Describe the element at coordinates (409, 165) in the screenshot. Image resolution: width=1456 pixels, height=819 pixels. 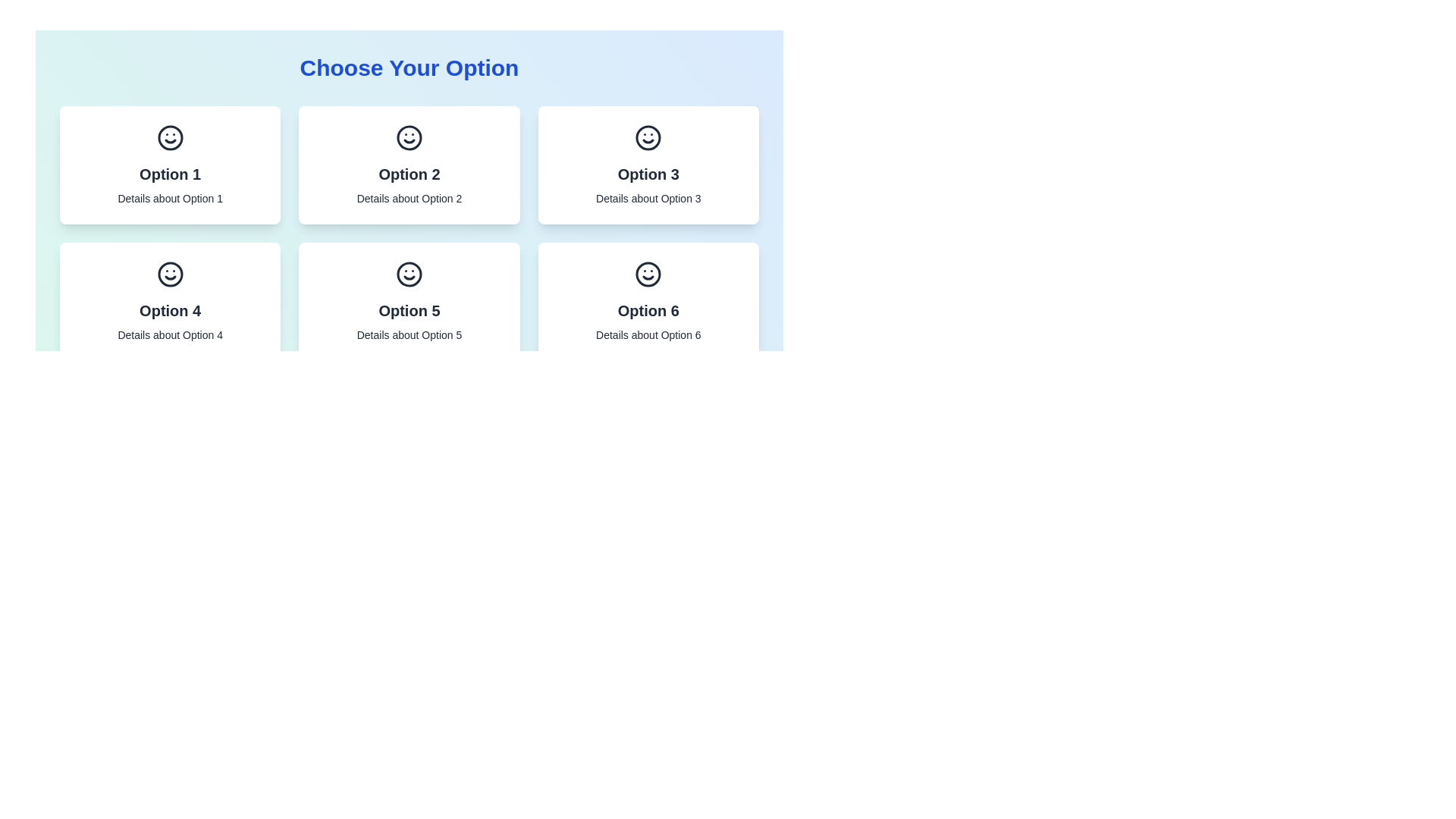
I see `the second card in the grid layout` at that location.